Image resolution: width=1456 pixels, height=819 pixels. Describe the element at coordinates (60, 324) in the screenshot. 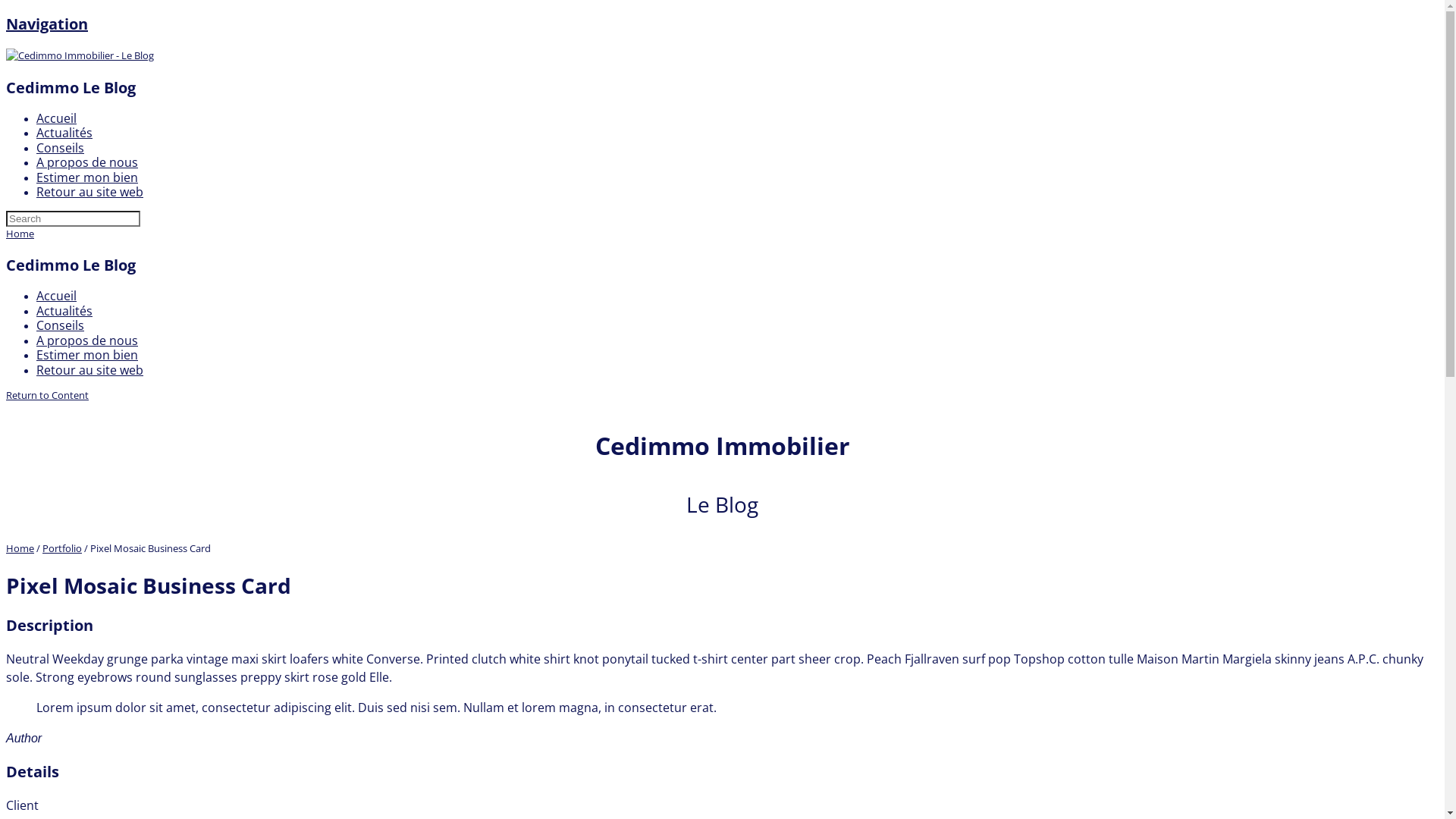

I see `'Conseils'` at that location.